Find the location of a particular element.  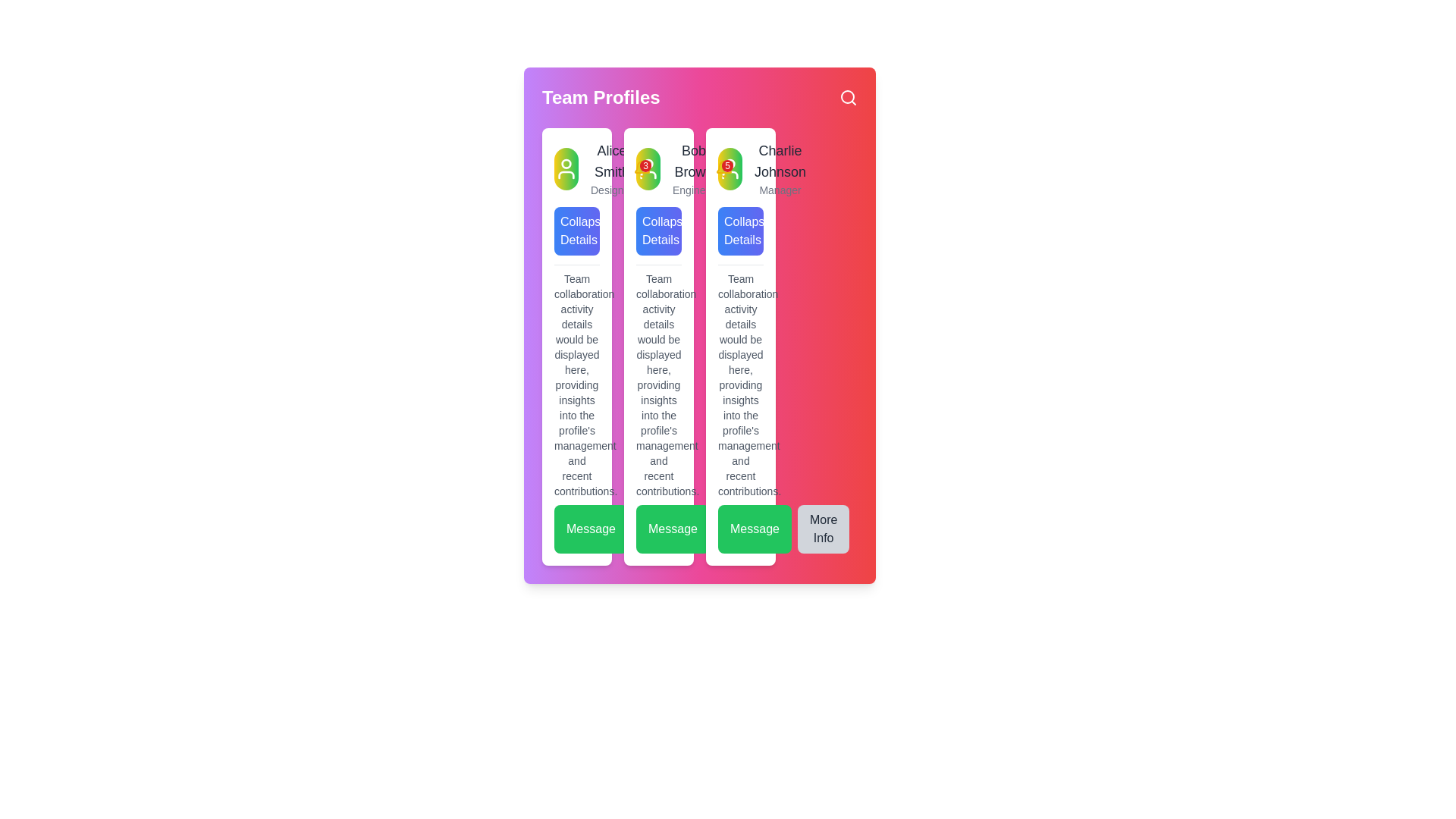

the 'Team Profiles' text label, which is displayed in bold, large white font against a gradient pink to purple background, located at the top-left corner of the interface is located at coordinates (600, 97).